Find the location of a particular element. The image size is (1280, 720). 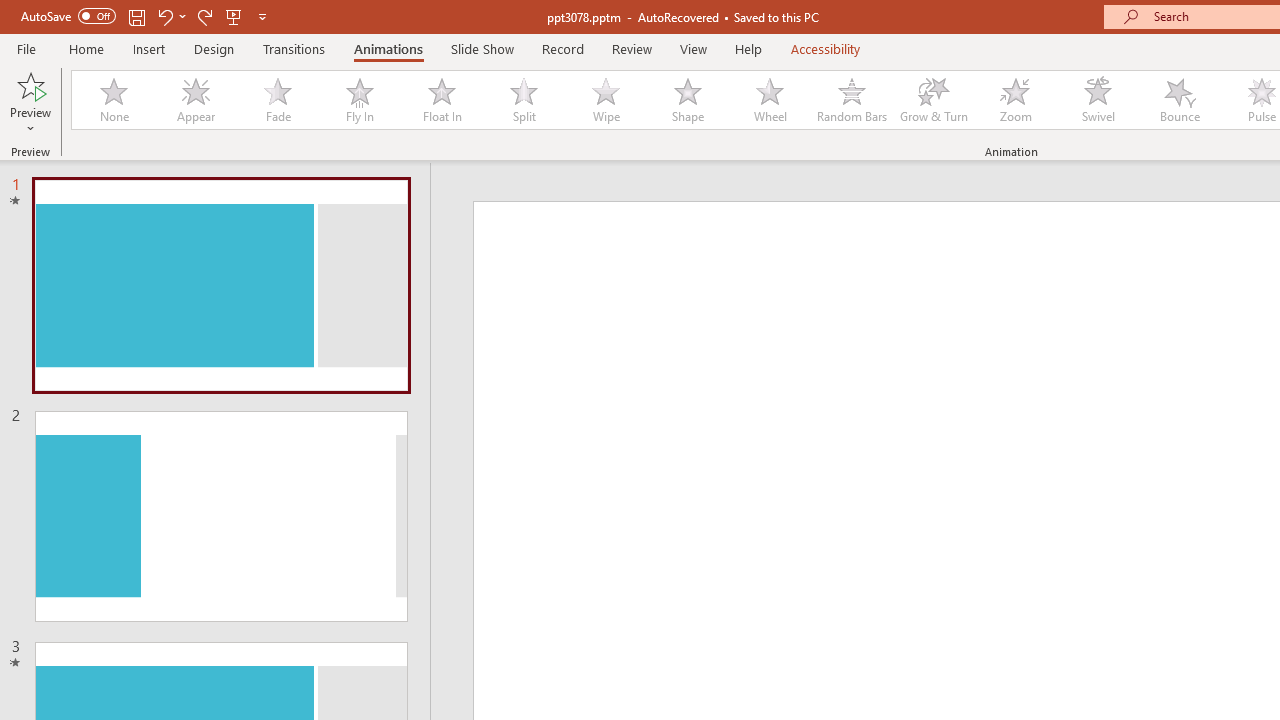

'Shape' is located at coordinates (688, 100).